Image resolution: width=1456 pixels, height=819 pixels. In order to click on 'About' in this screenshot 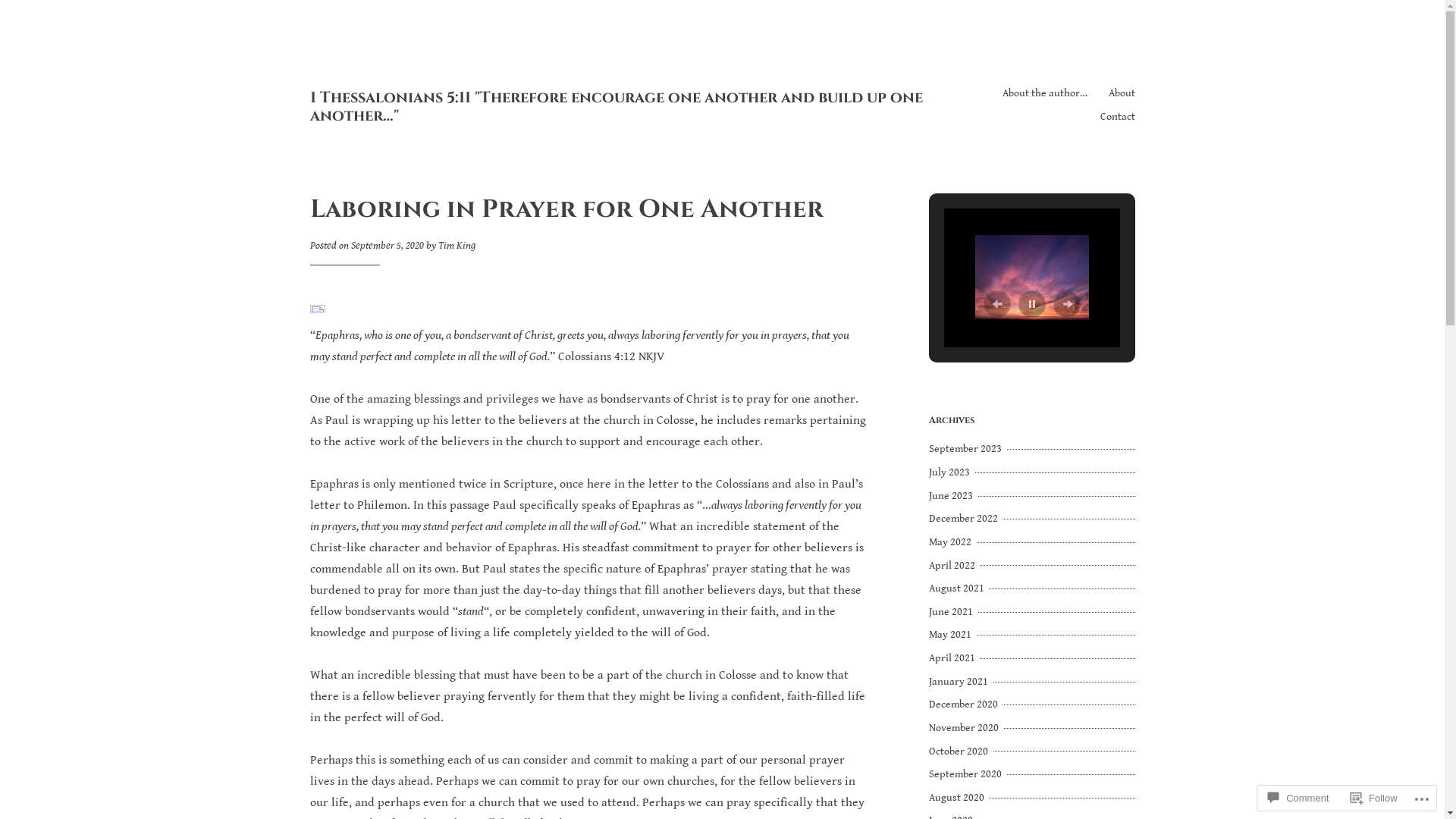, I will do `click(1122, 93)`.